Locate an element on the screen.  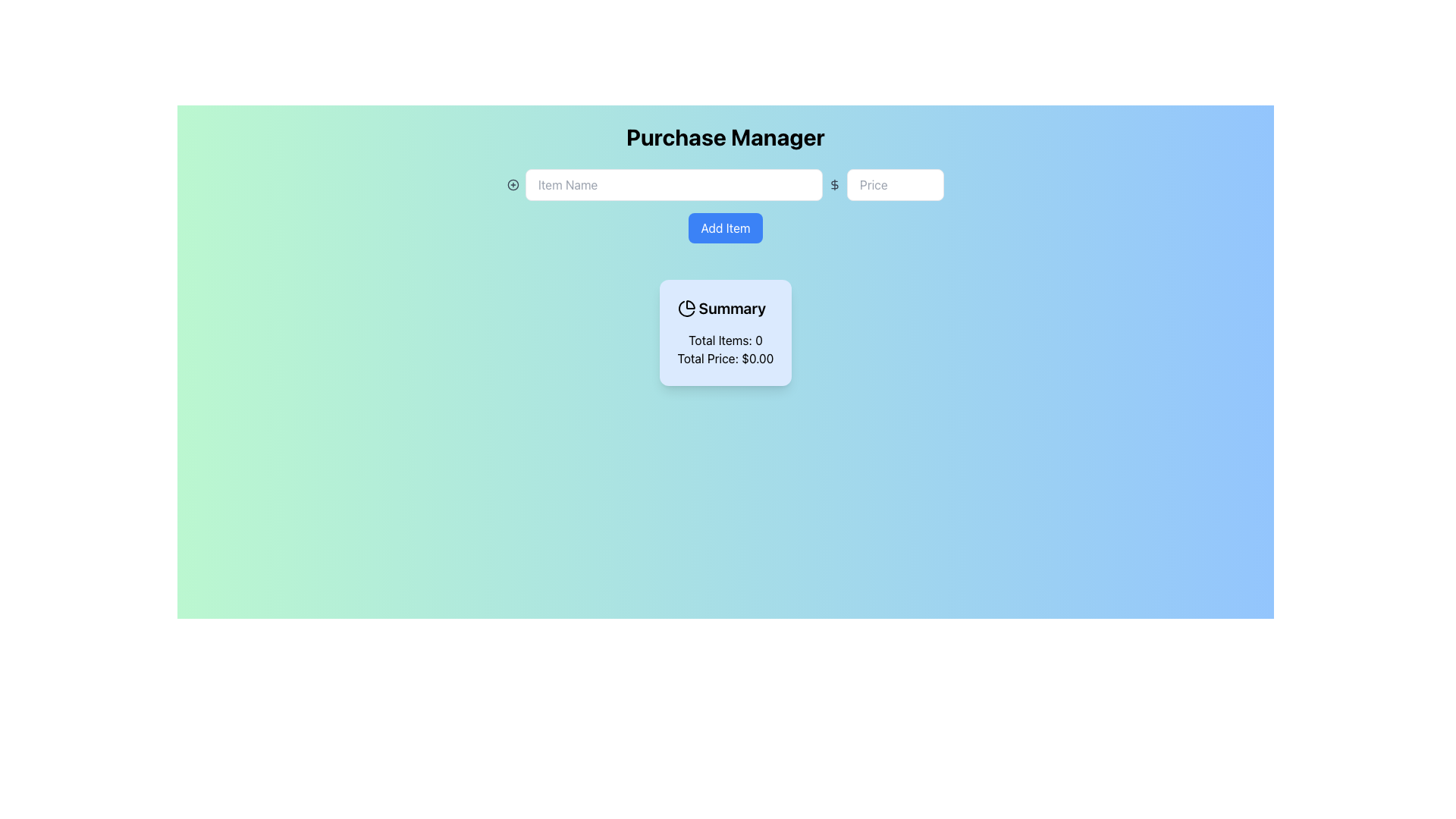
the dollar sign icon located immediately to the left of the 'Price' input field, which indicates the monetary nature of the adjacent input field is located at coordinates (834, 184).